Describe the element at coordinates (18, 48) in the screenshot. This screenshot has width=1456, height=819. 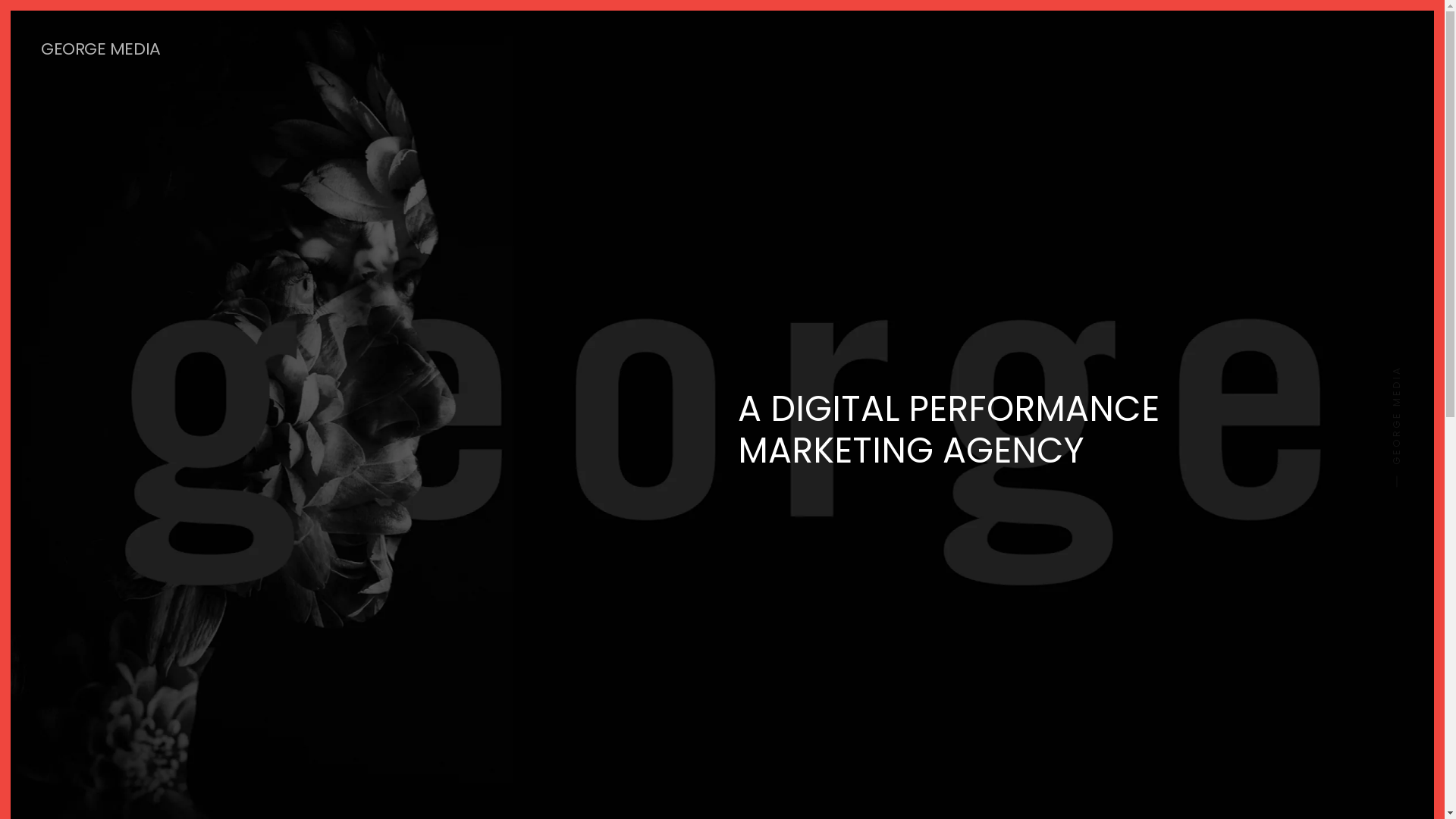
I see `'GEORGE MEDIA'` at that location.